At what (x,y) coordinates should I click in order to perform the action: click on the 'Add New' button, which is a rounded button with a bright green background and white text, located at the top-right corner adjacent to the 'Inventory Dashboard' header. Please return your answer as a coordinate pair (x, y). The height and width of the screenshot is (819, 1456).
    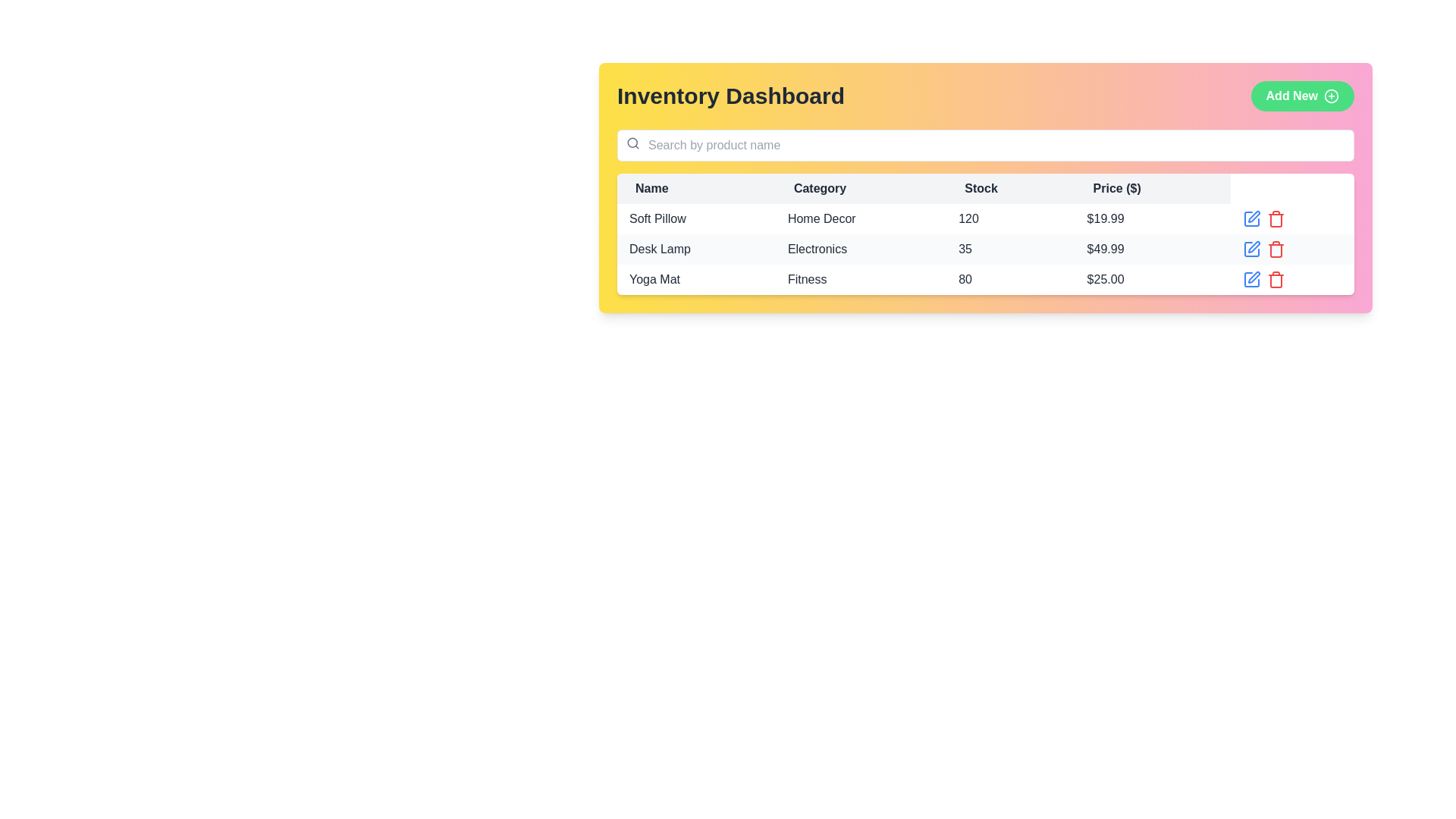
    Looking at the image, I should click on (1301, 96).